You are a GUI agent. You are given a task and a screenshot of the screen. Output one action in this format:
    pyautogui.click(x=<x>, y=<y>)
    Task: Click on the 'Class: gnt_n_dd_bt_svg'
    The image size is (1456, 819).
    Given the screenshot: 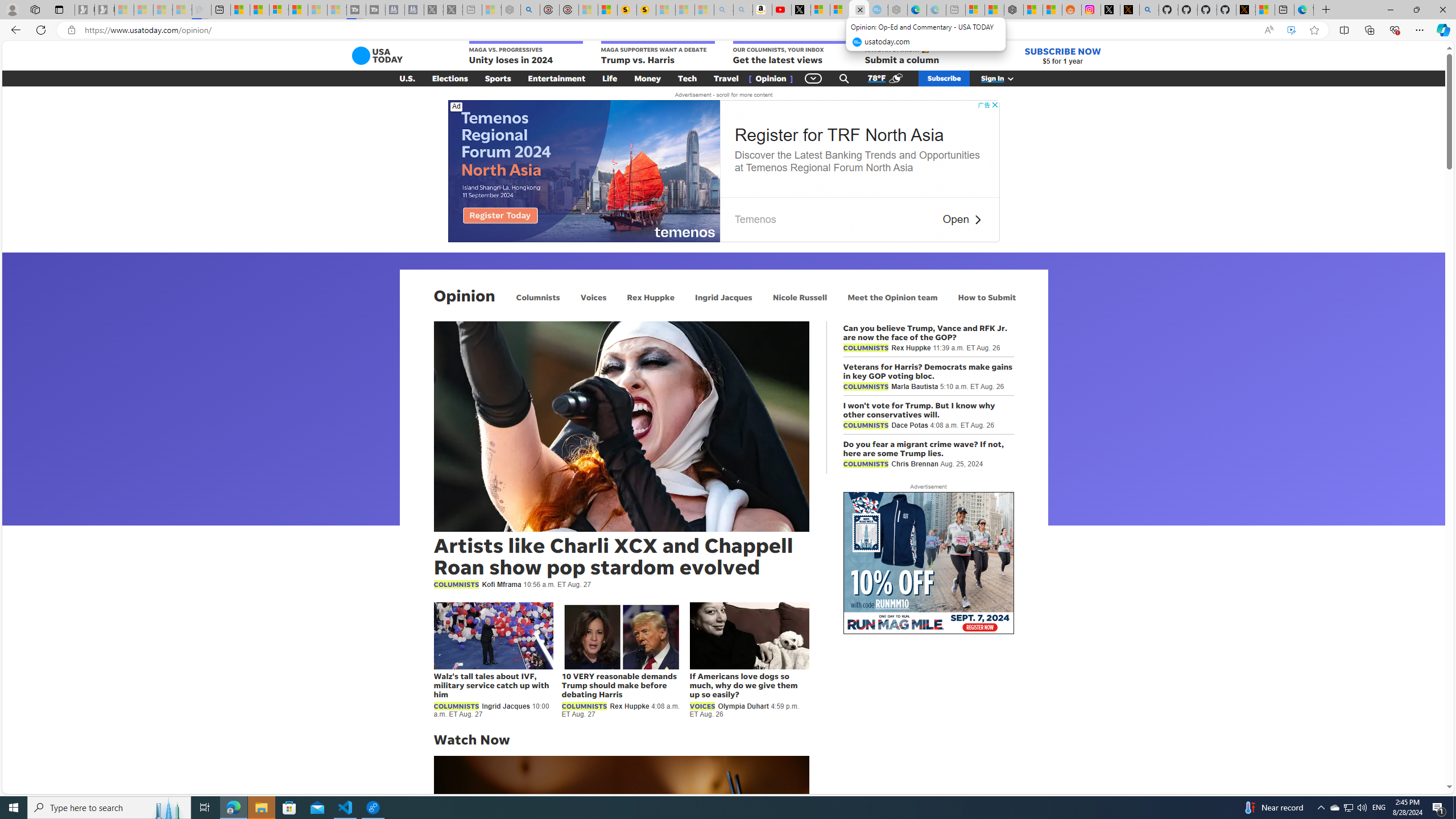 What is the action you would take?
    pyautogui.click(x=813, y=78)
    